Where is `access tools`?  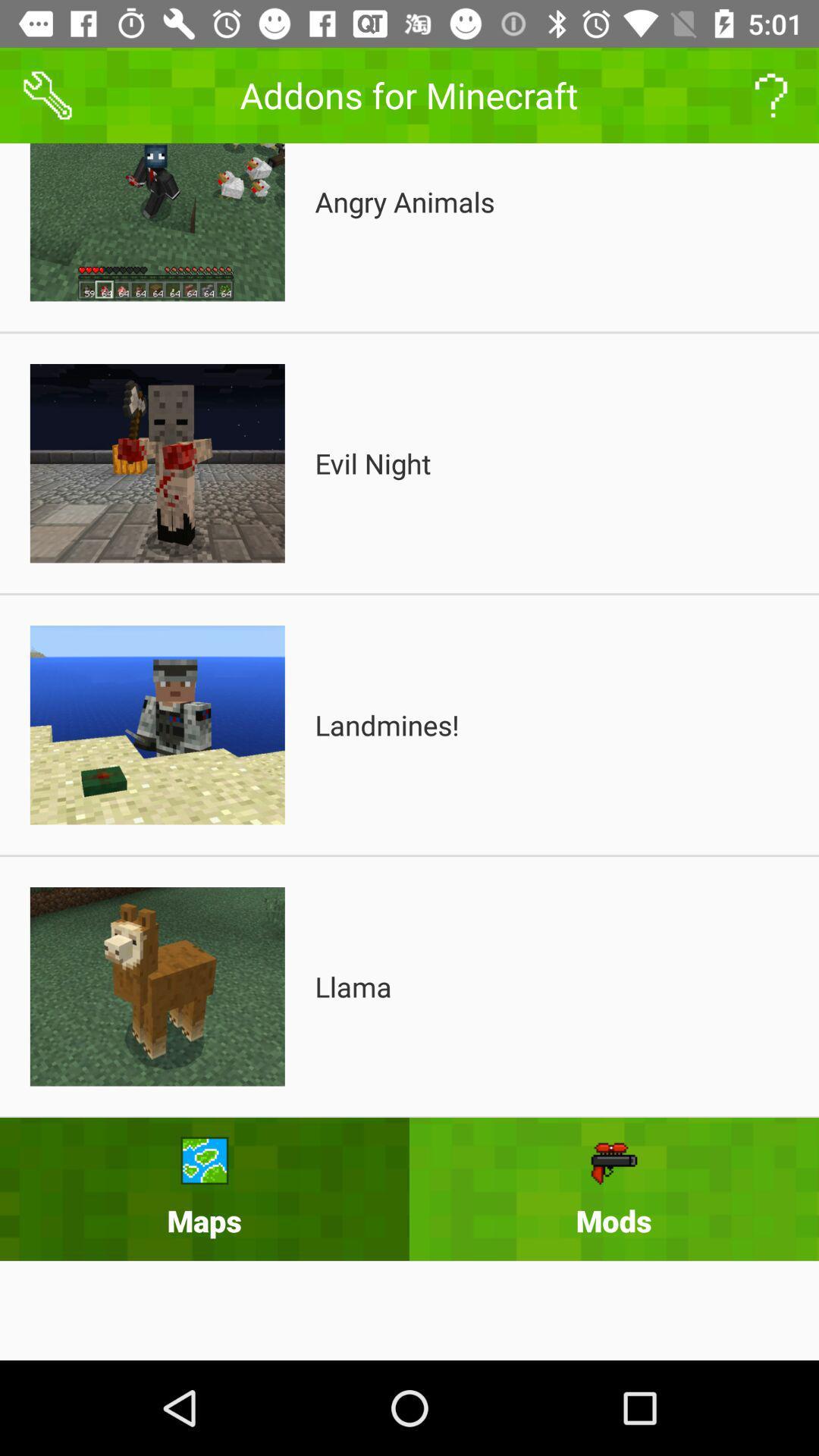
access tools is located at coordinates (46, 94).